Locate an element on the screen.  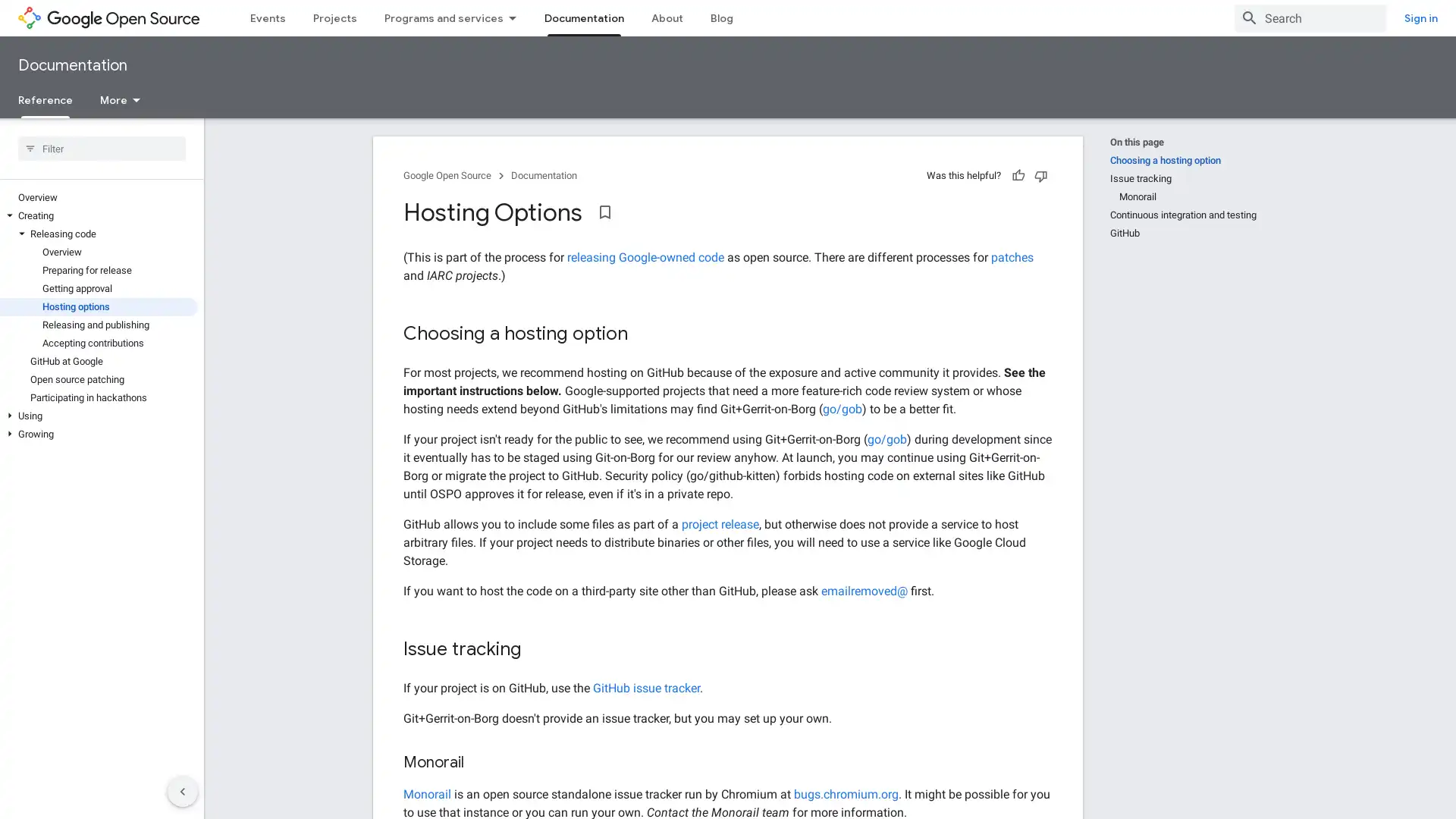
Copy link to this section: Issue tracking is located at coordinates (537, 648).